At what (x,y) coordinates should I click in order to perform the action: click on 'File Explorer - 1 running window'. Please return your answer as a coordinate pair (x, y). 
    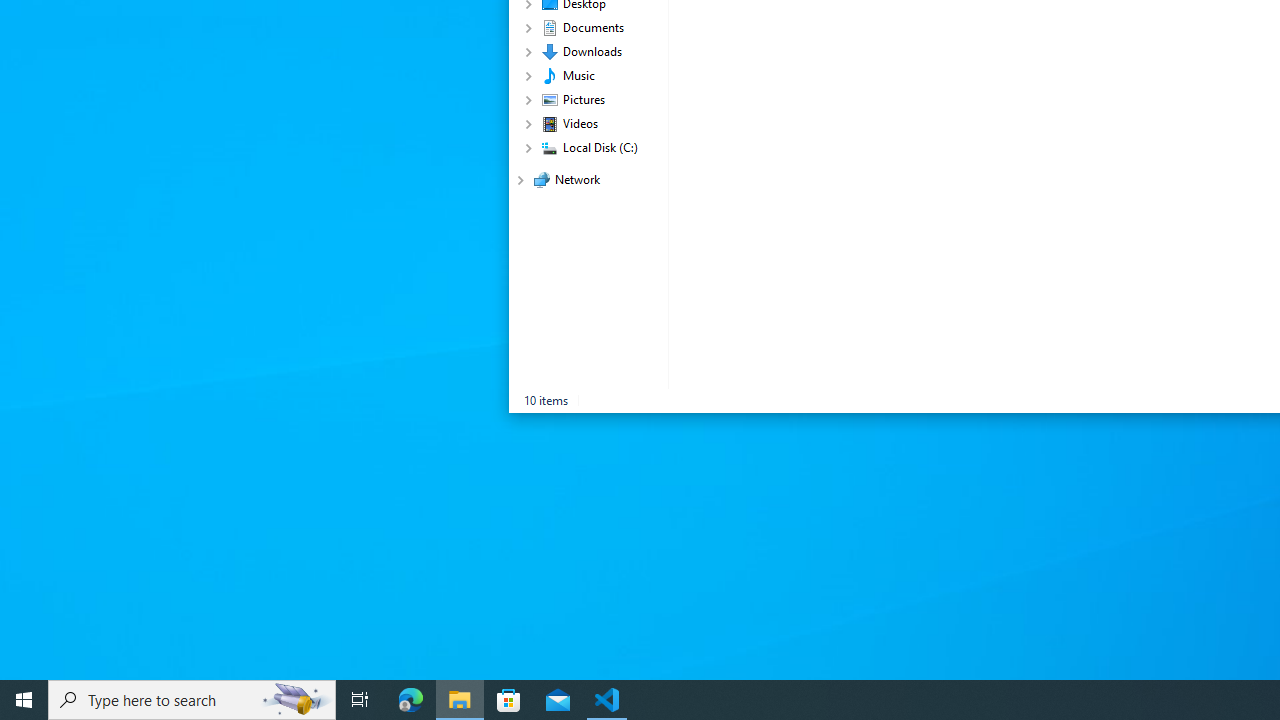
    Looking at the image, I should click on (459, 698).